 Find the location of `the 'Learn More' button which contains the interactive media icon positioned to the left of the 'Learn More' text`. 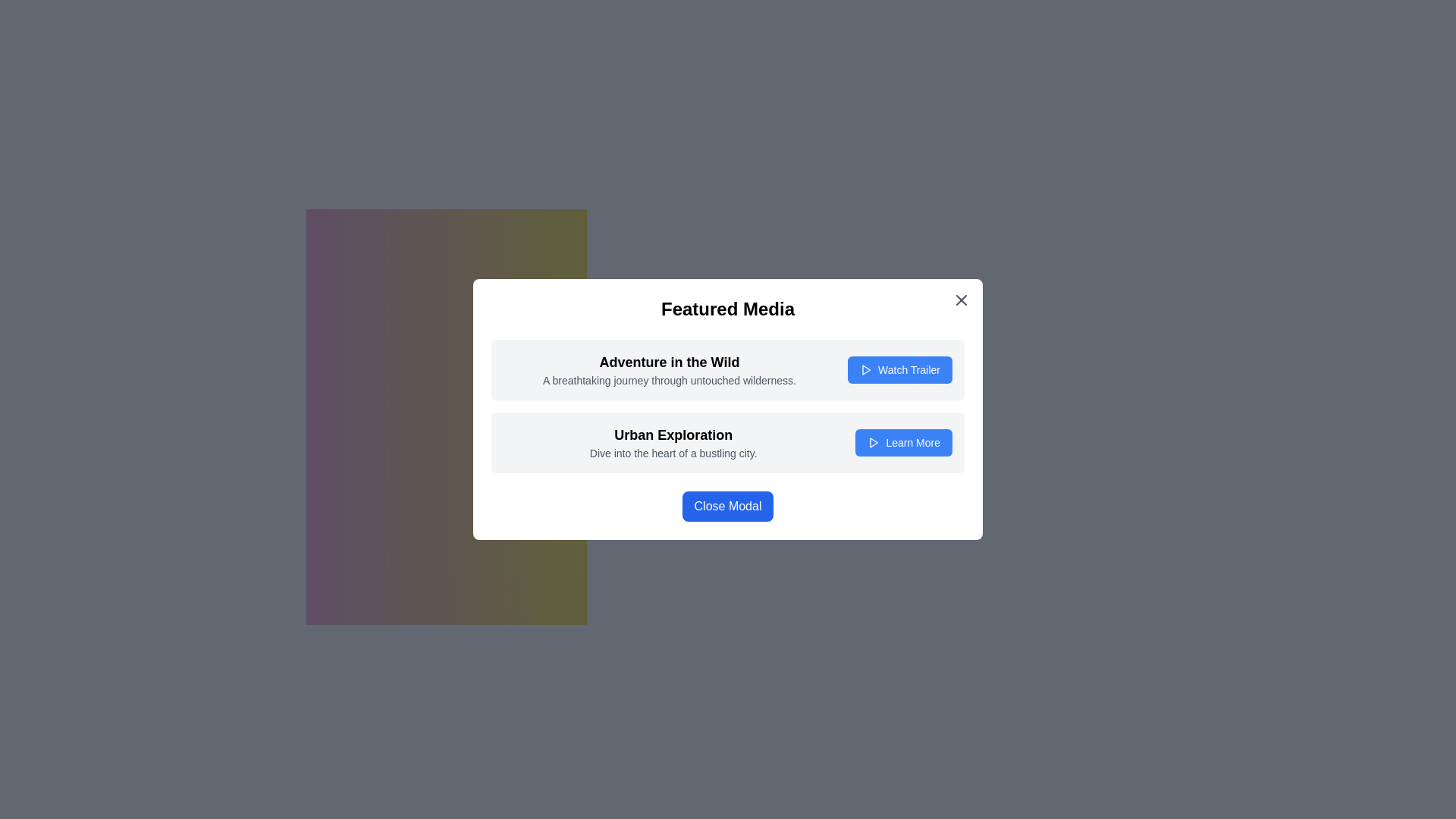

the 'Learn More' button which contains the interactive media icon positioned to the left of the 'Learn More' text is located at coordinates (874, 442).